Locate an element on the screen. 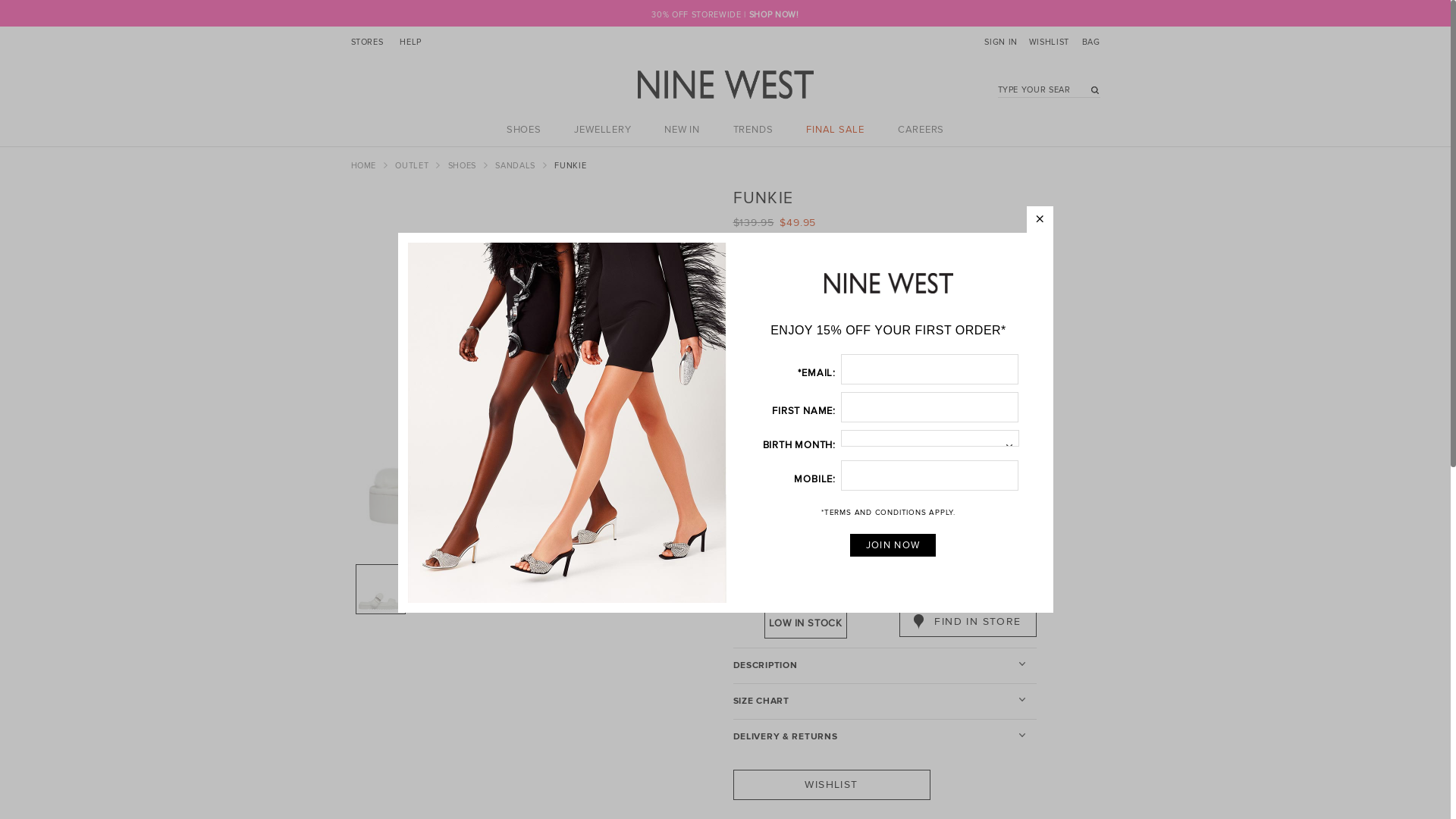 This screenshot has width=1456, height=819. '9' is located at coordinates (843, 397).